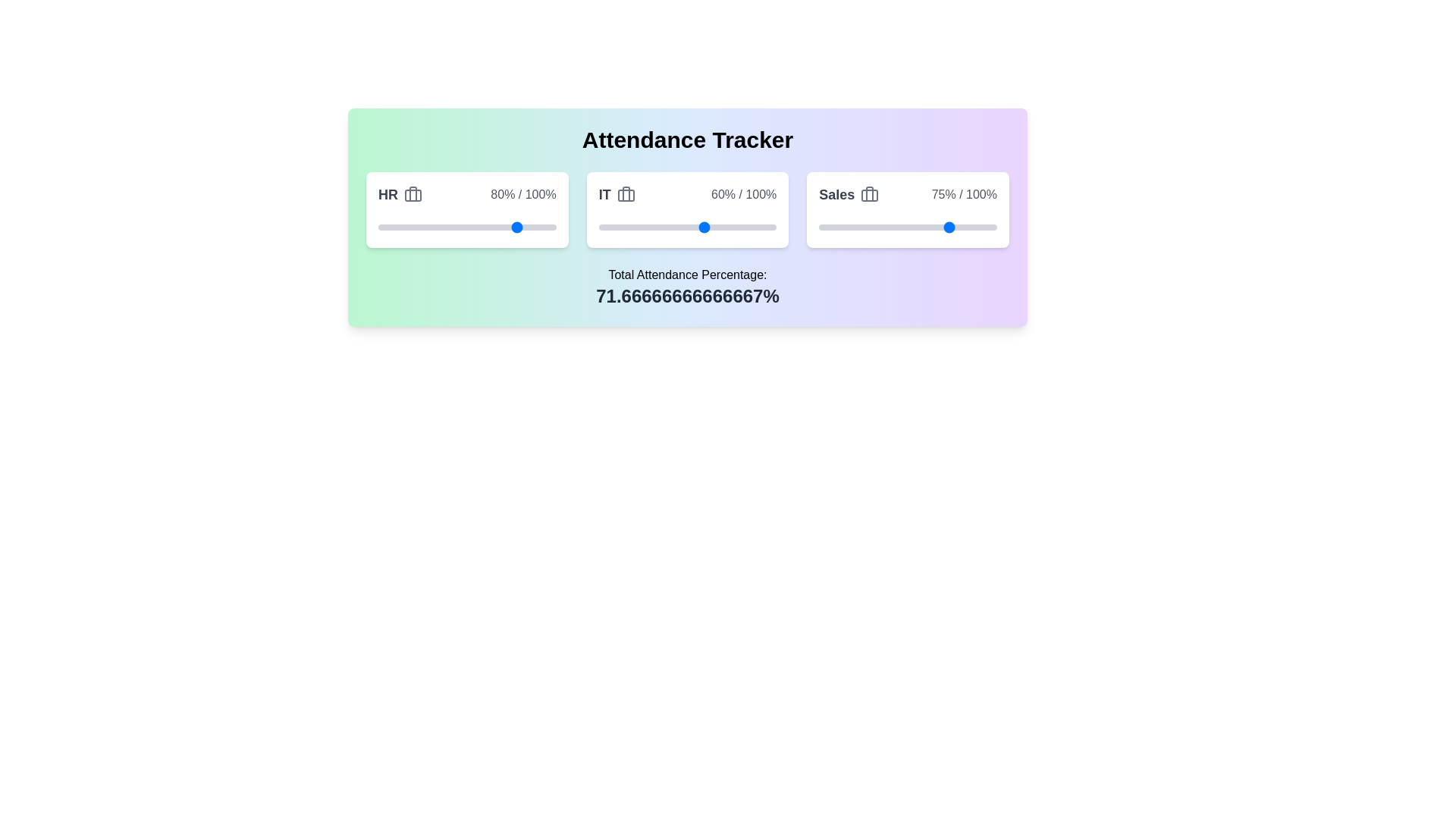 The image size is (1456, 819). I want to click on HR attendance percentage, so click(396, 227).